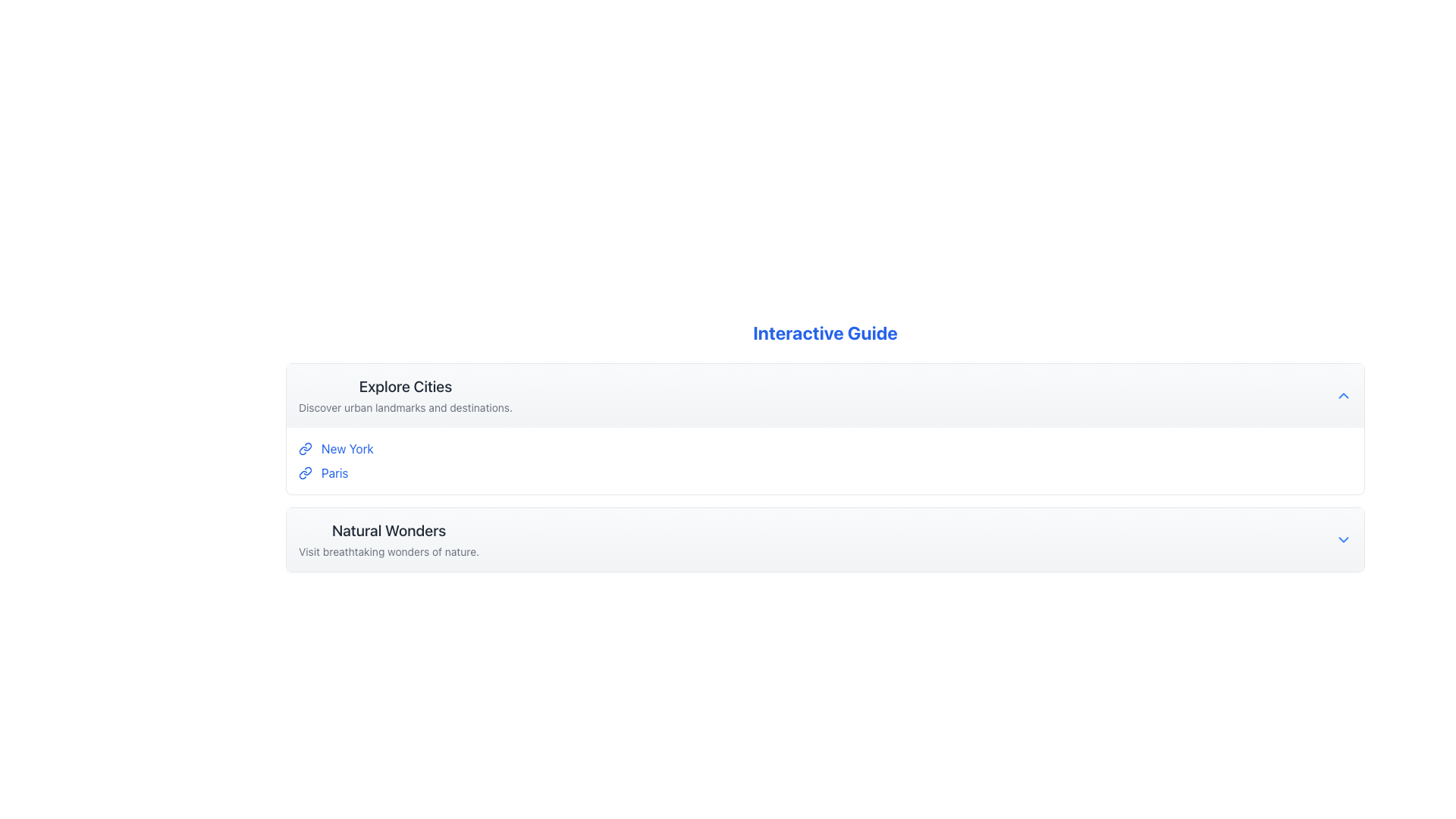 This screenshot has height=819, width=1456. Describe the element at coordinates (305, 447) in the screenshot. I see `the hyperlink icon located to the left of the 'New York' text link in the 'Explore Cities' section` at that location.